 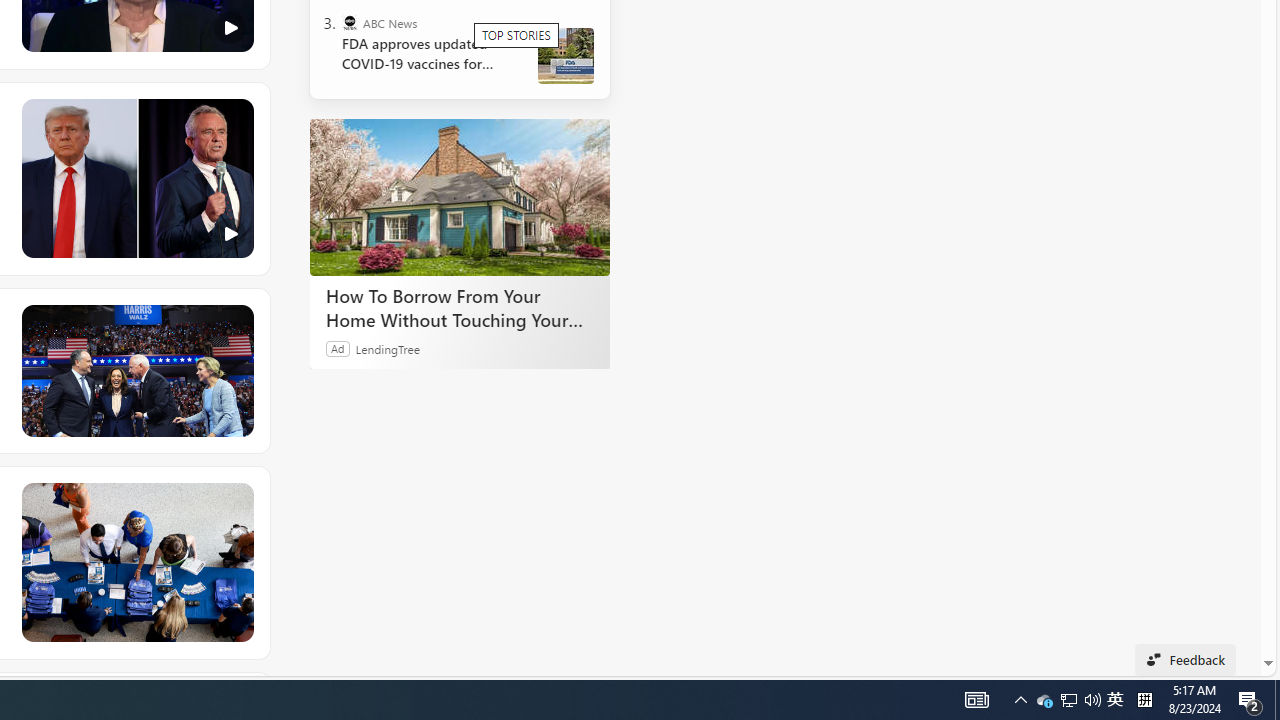 What do you see at coordinates (135, 178) in the screenshot?
I see `'Class: hero-image'` at bounding box center [135, 178].